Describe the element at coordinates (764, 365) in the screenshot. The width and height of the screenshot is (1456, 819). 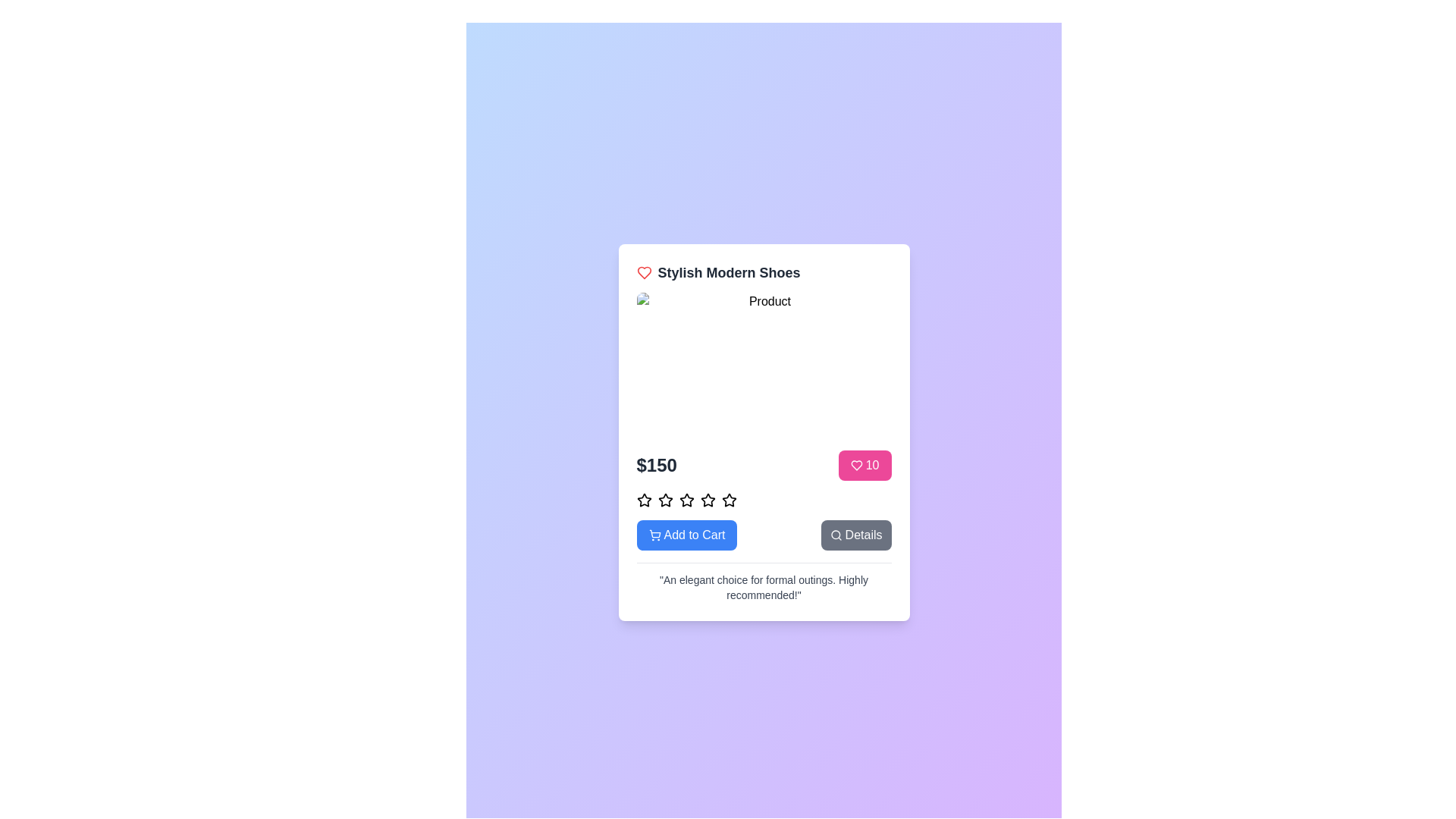
I see `the image placeholder for 'Product' located below the title 'Stylish Modern Shoes'` at that location.